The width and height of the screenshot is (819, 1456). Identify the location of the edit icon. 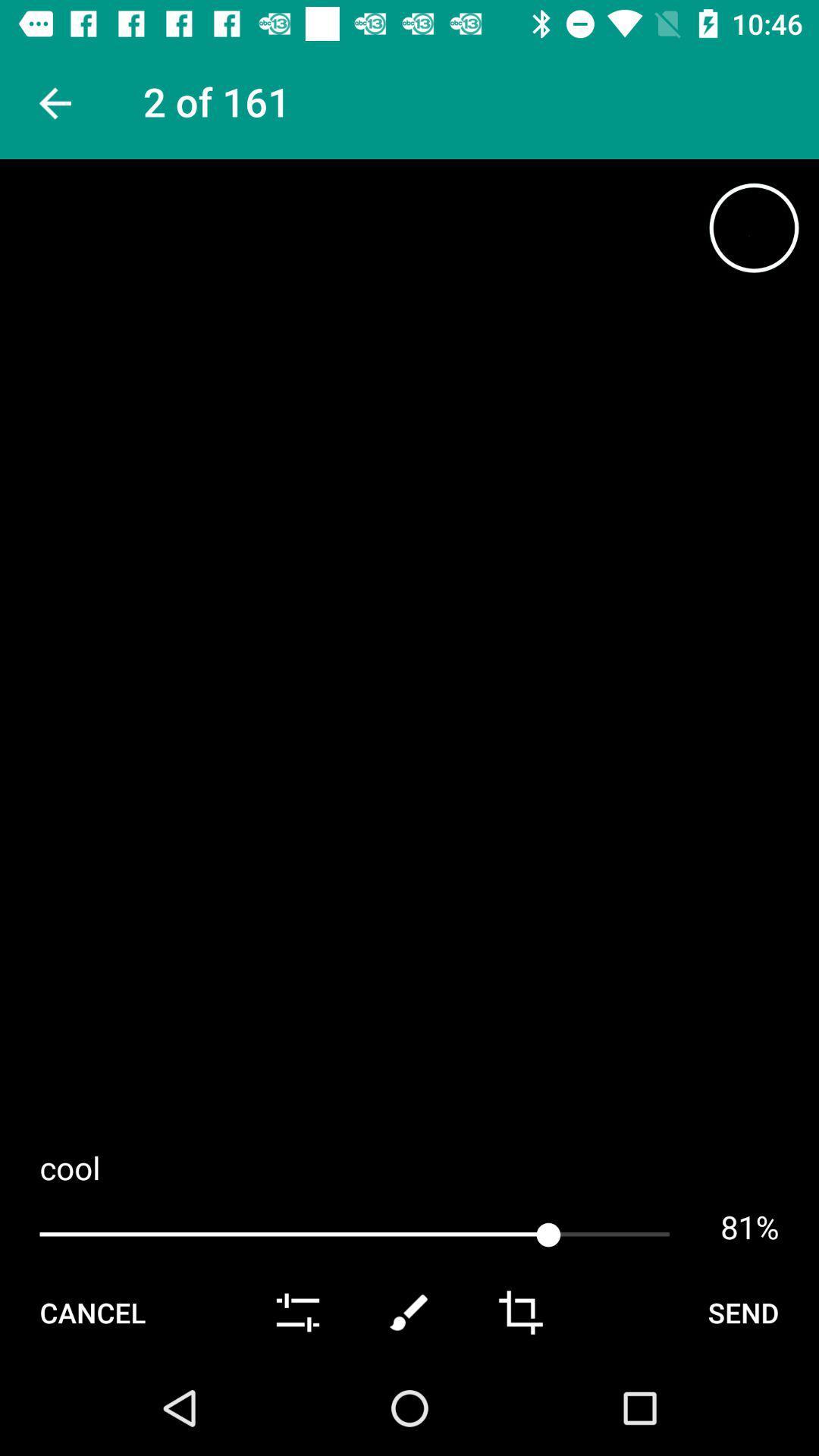
(409, 1404).